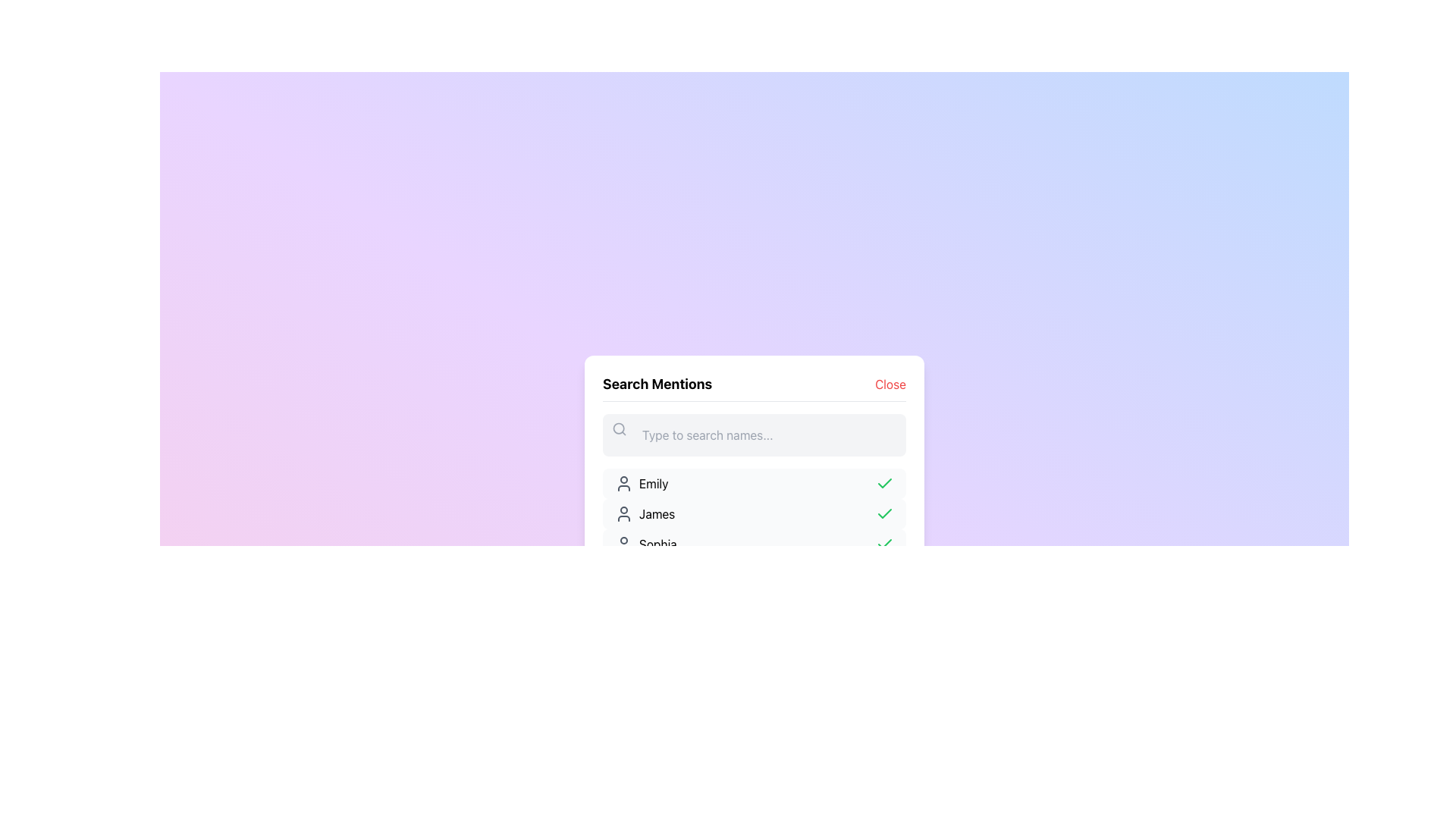 The height and width of the screenshot is (819, 1456). I want to click on the text label displaying the name 'James', so click(657, 513).